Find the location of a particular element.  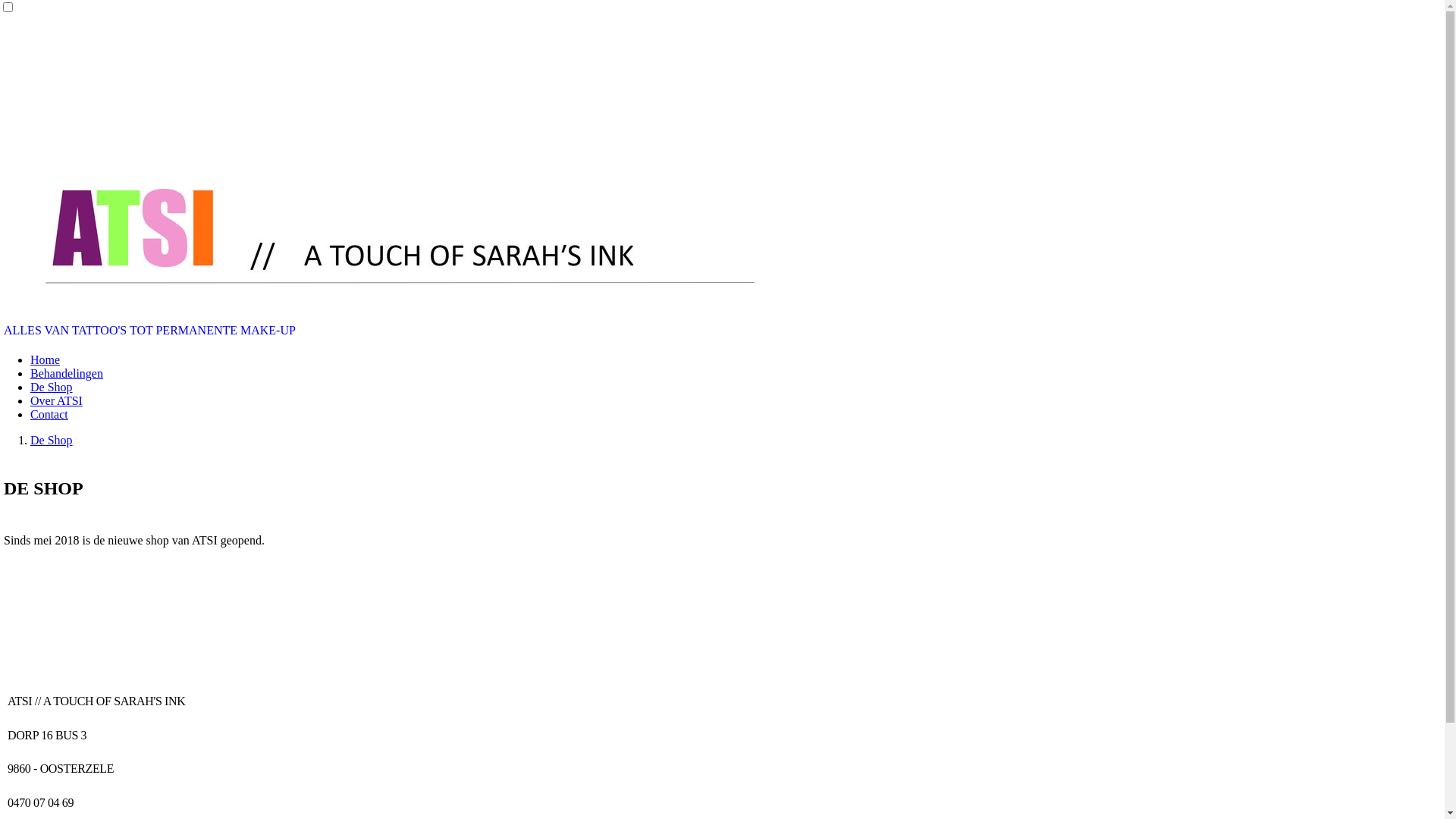

'Behandelingen' is located at coordinates (65, 373).